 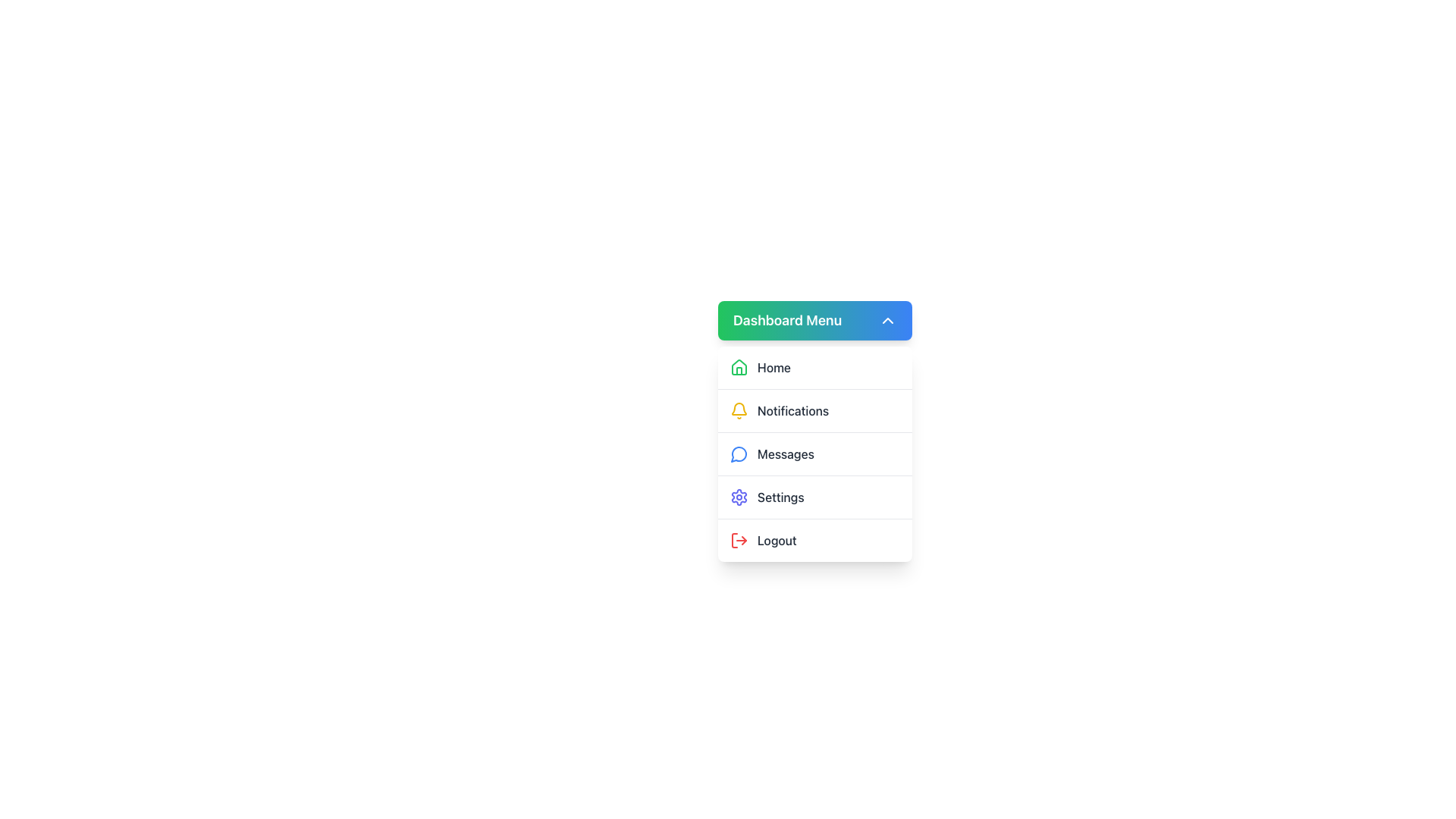 I want to click on the static text label in the 'Dashboard Menu', so click(x=780, y=497).